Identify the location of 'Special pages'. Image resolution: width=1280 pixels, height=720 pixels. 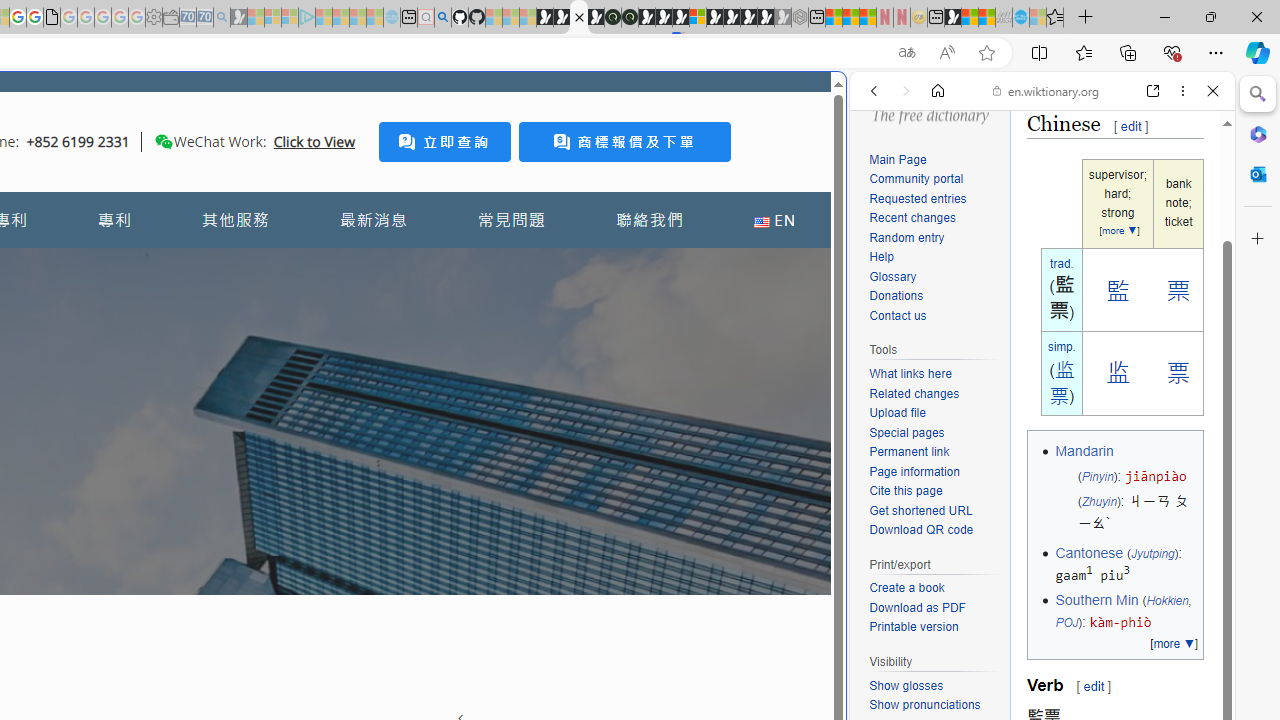
(934, 432).